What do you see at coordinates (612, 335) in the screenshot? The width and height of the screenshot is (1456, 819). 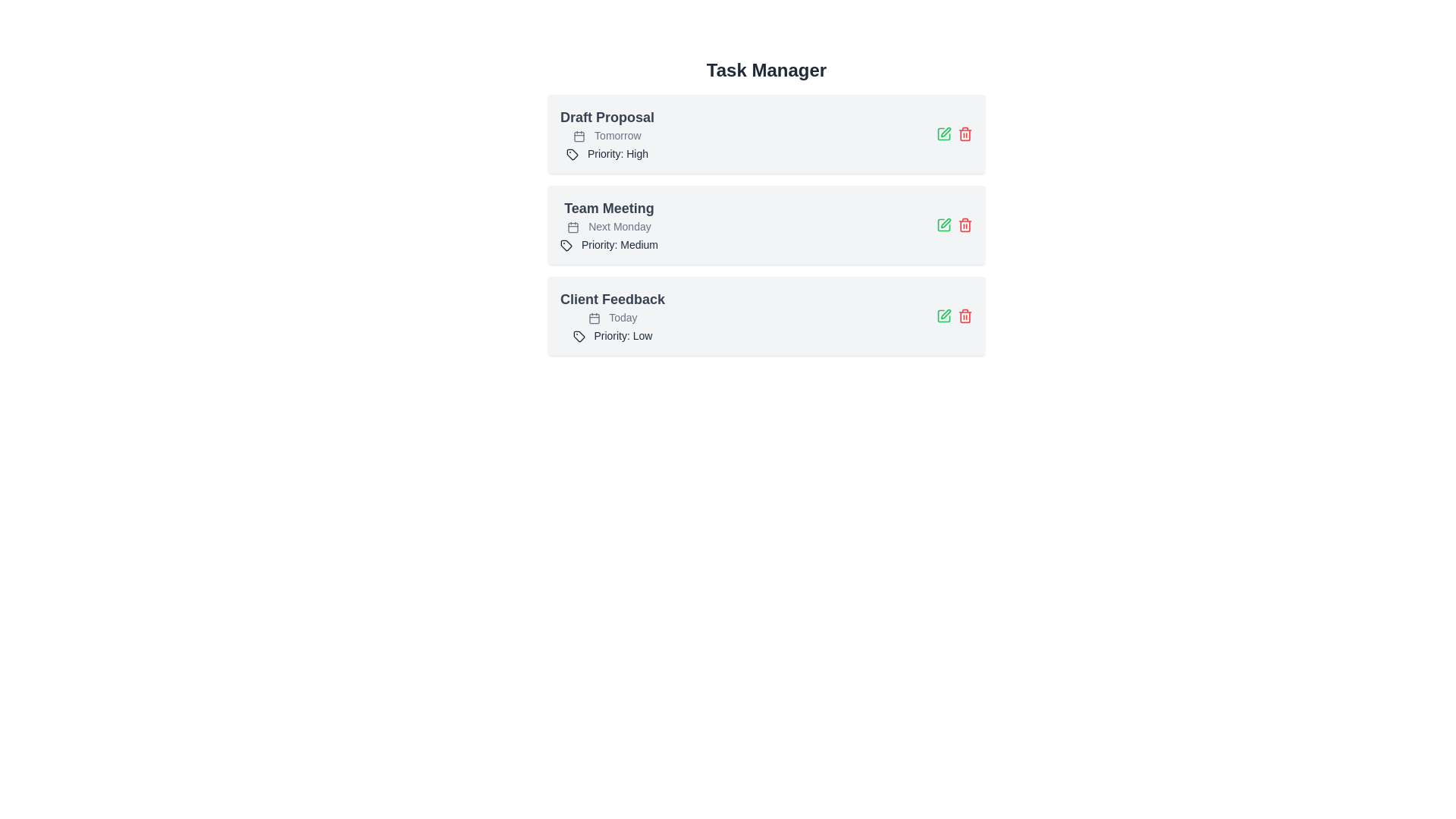 I see `the Text label with an accompanying icon indicating the priority level for 'Client Feedback', located below the 'Today' timestamp in the 'Client Feedback' section` at bounding box center [612, 335].